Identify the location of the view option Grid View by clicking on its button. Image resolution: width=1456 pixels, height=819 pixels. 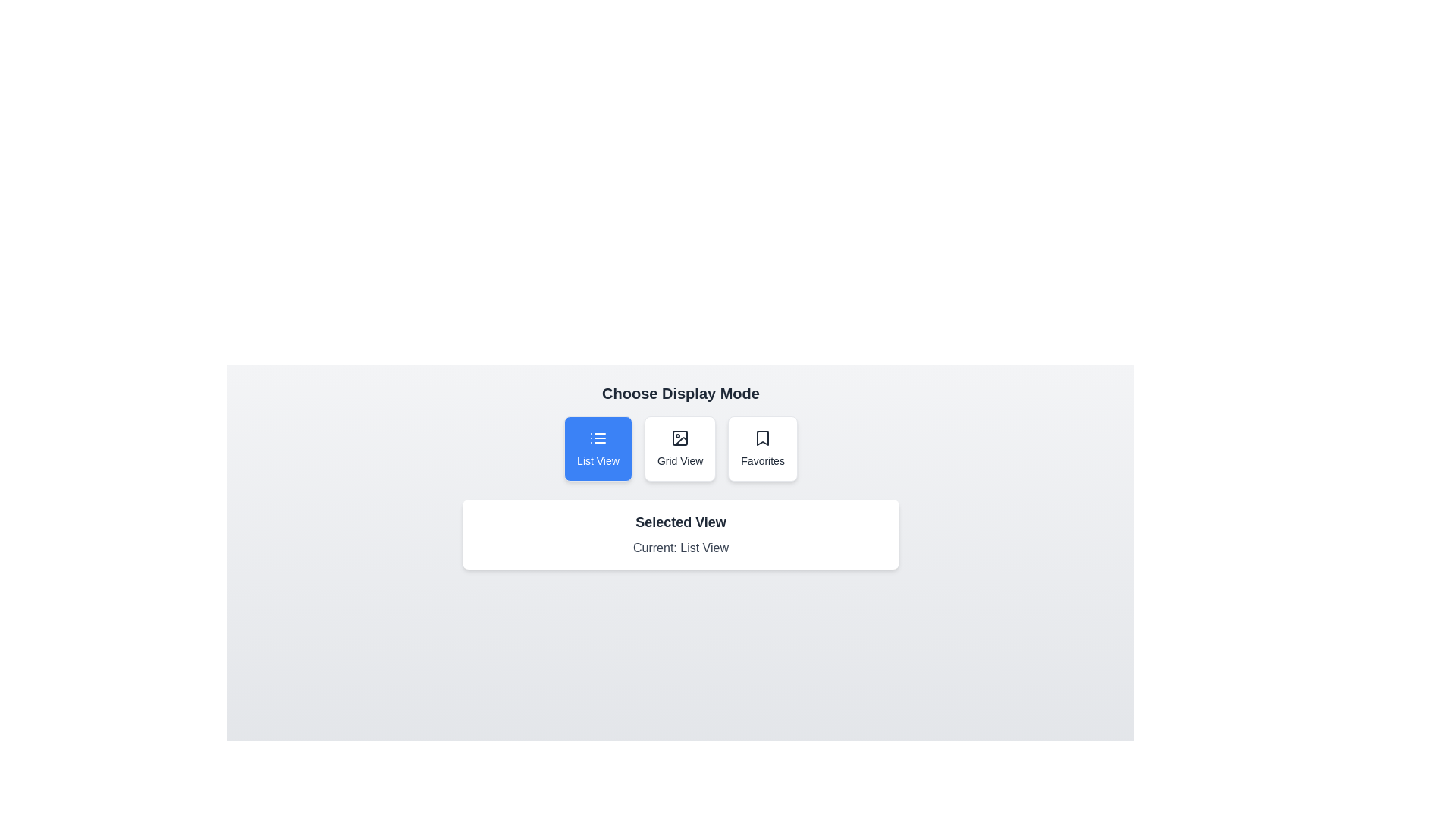
(679, 447).